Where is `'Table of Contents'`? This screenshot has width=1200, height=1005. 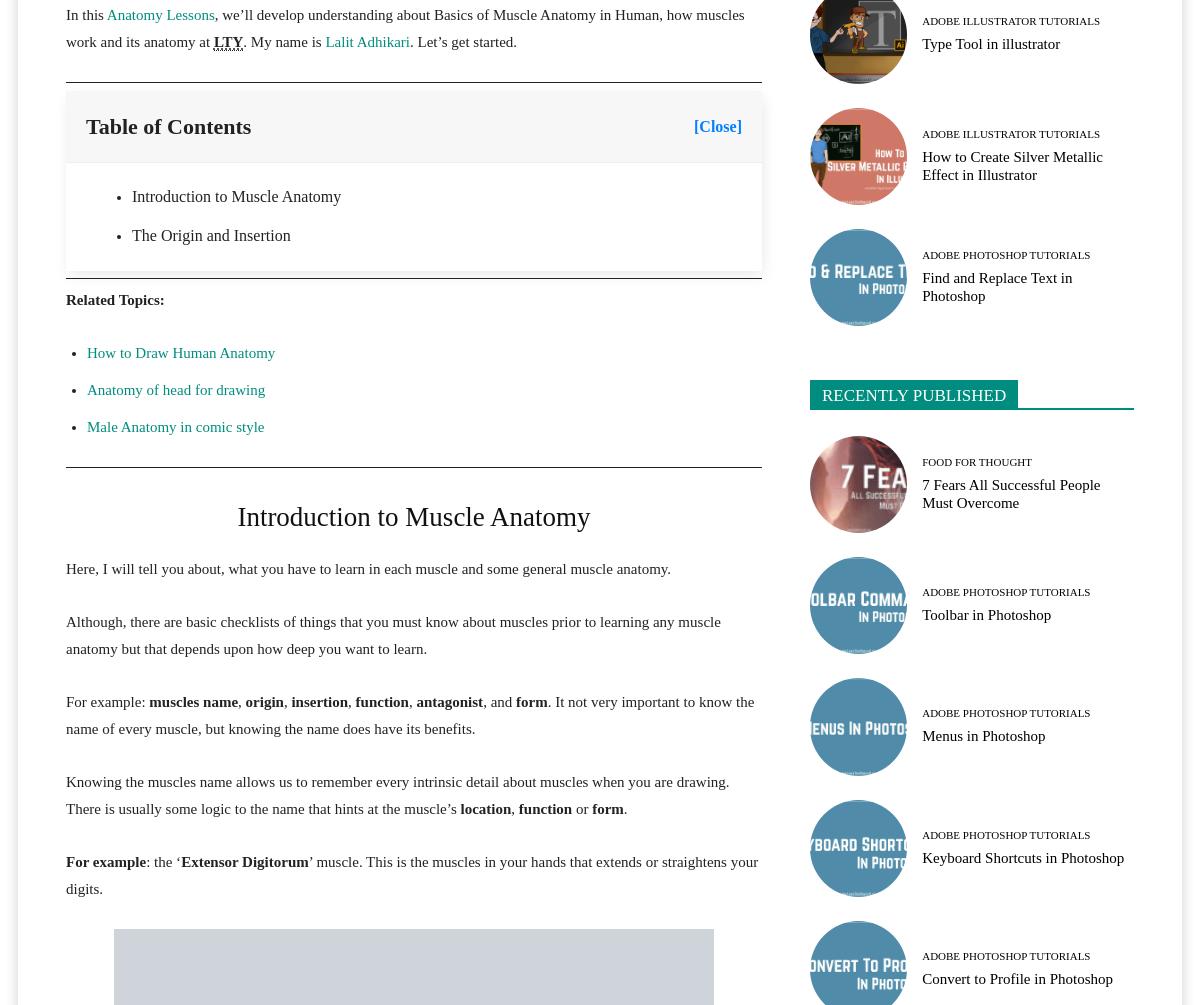 'Table of Contents' is located at coordinates (167, 125).